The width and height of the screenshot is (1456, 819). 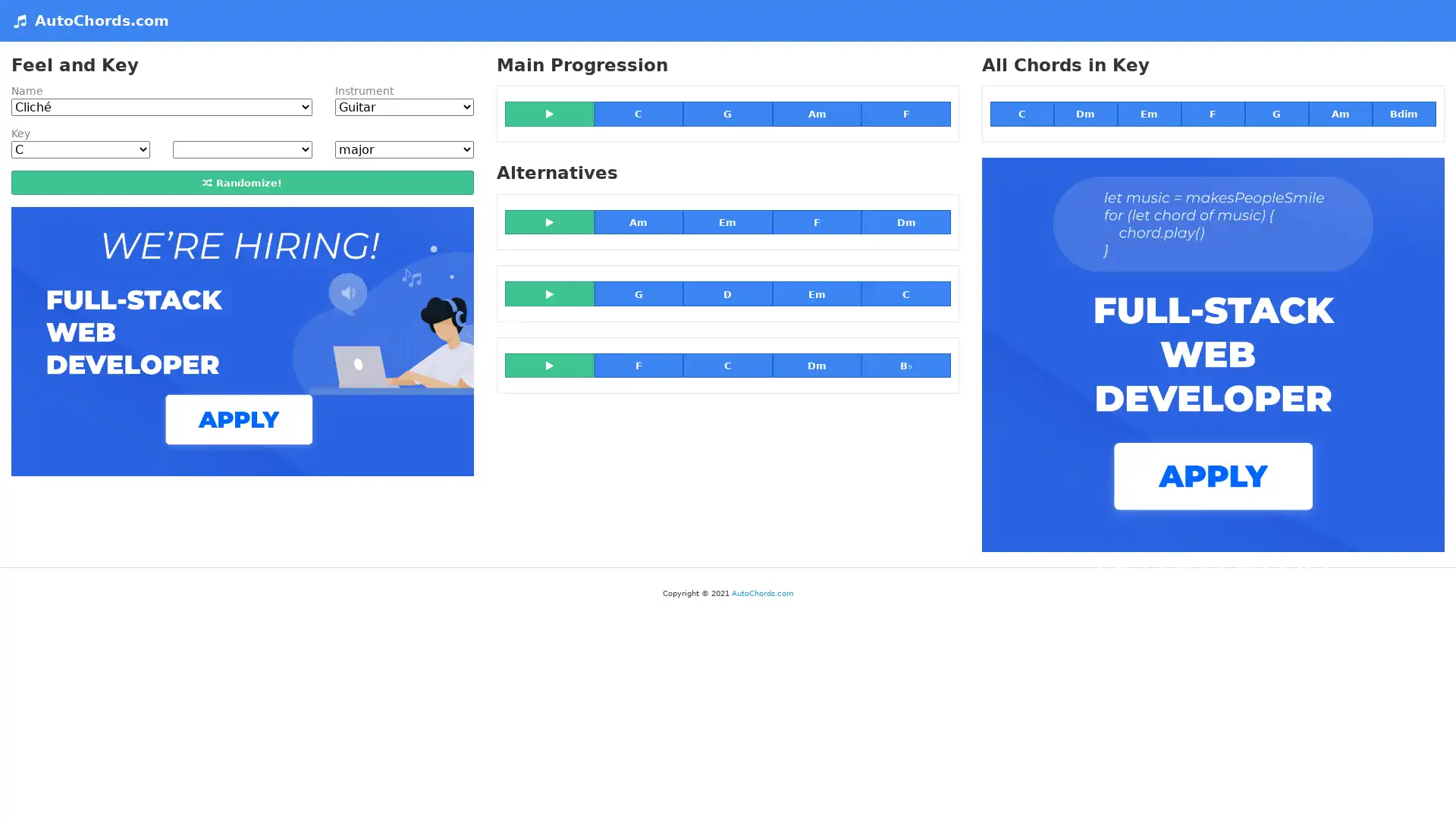 What do you see at coordinates (905, 293) in the screenshot?
I see `C` at bounding box center [905, 293].